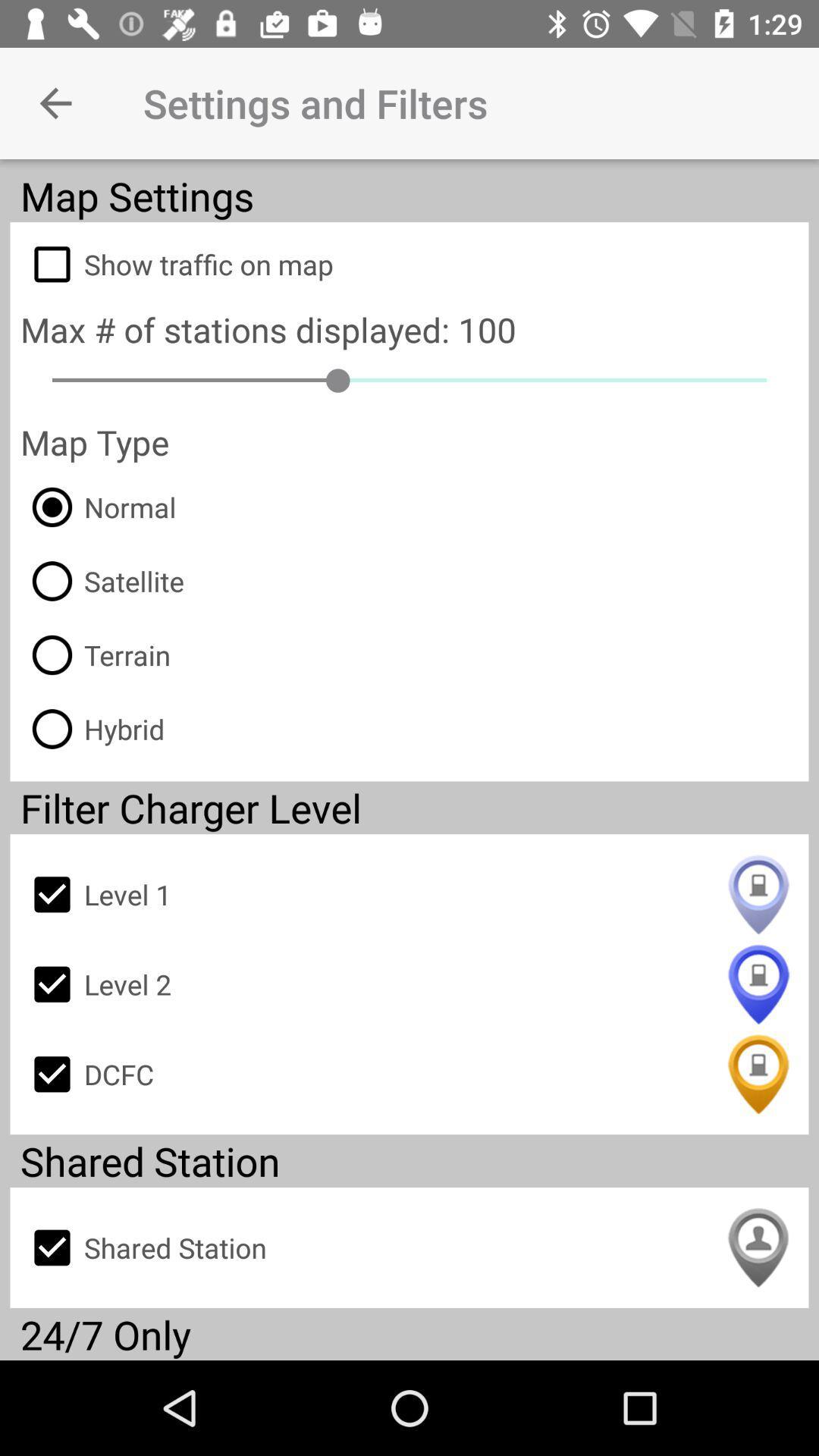 Image resolution: width=819 pixels, height=1456 pixels. Describe the element at coordinates (409, 1073) in the screenshot. I see `icon below level 2` at that location.